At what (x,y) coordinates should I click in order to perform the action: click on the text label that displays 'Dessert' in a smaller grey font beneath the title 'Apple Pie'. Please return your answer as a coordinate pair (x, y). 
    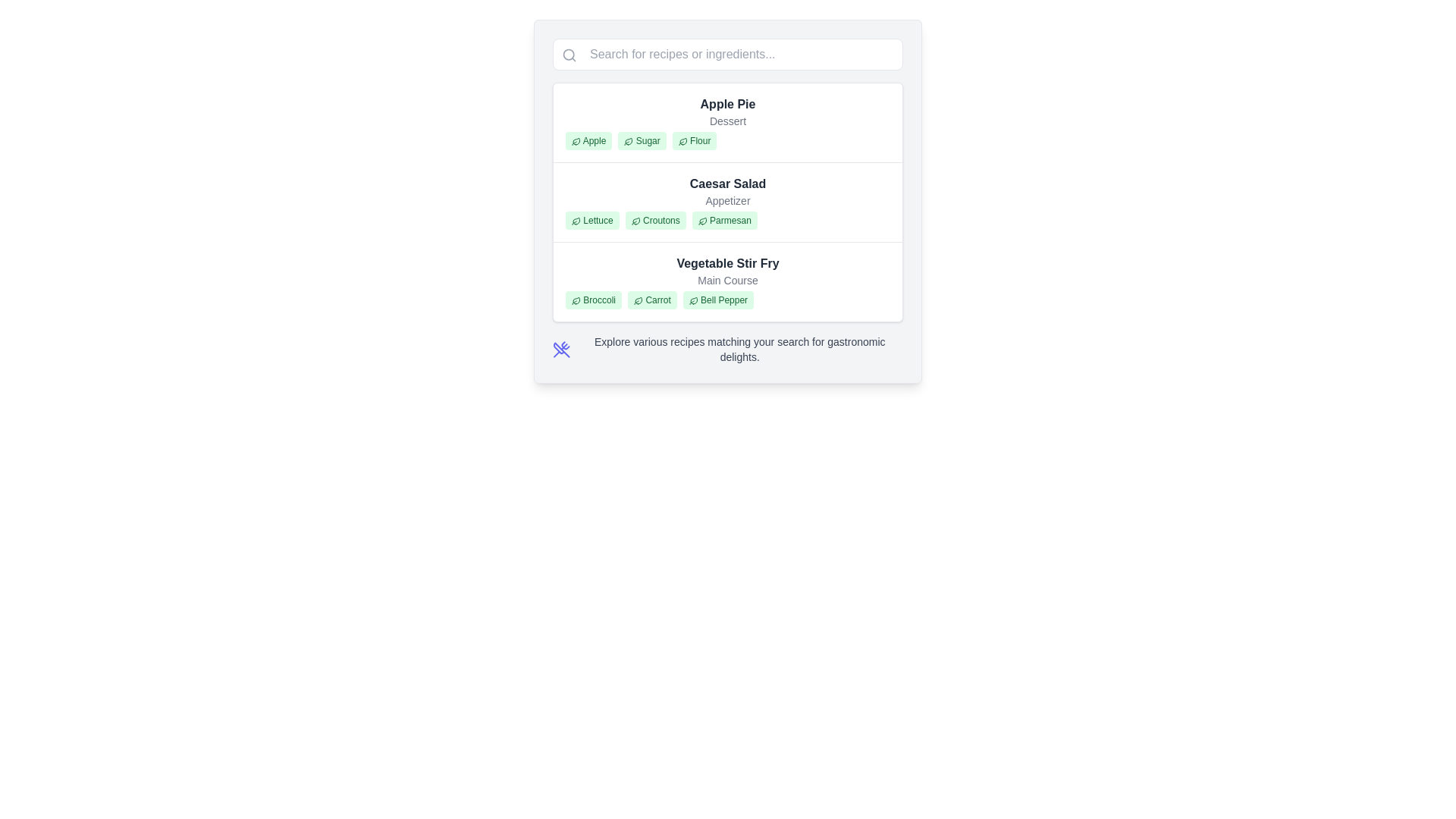
    Looking at the image, I should click on (728, 120).